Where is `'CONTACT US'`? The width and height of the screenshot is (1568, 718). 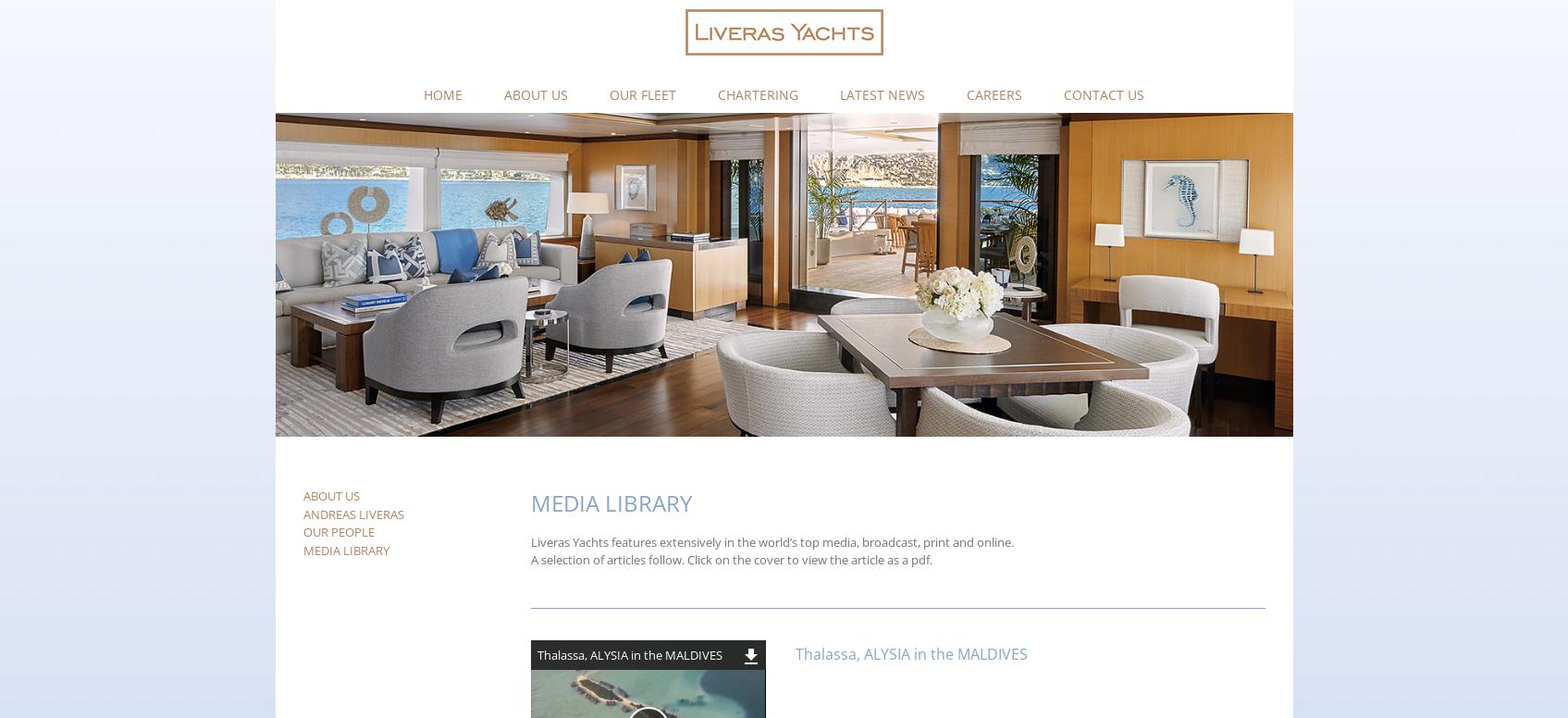
'CONTACT US' is located at coordinates (1063, 93).